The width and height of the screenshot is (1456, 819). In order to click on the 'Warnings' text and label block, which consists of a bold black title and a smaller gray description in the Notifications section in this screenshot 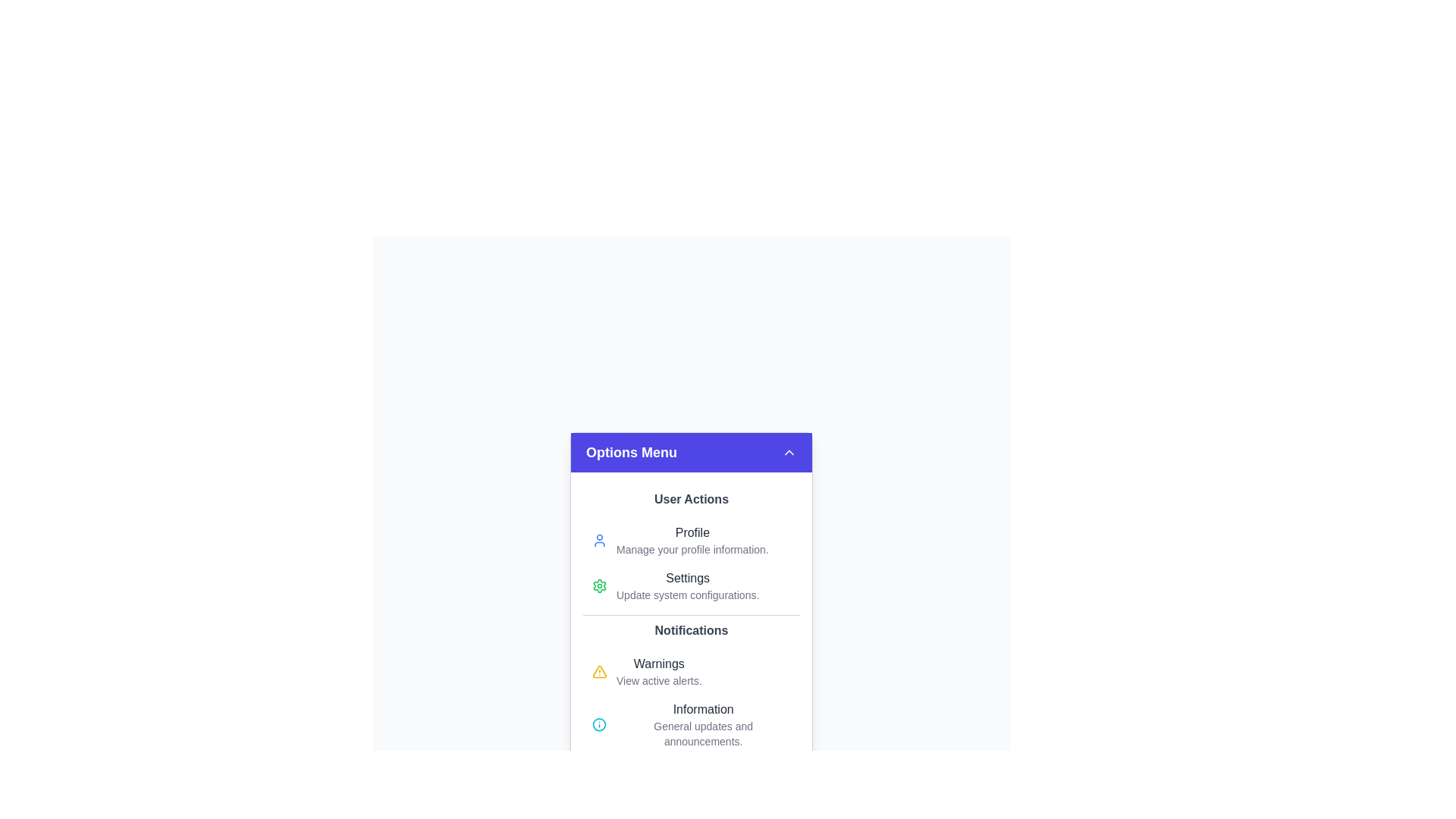, I will do `click(659, 671)`.